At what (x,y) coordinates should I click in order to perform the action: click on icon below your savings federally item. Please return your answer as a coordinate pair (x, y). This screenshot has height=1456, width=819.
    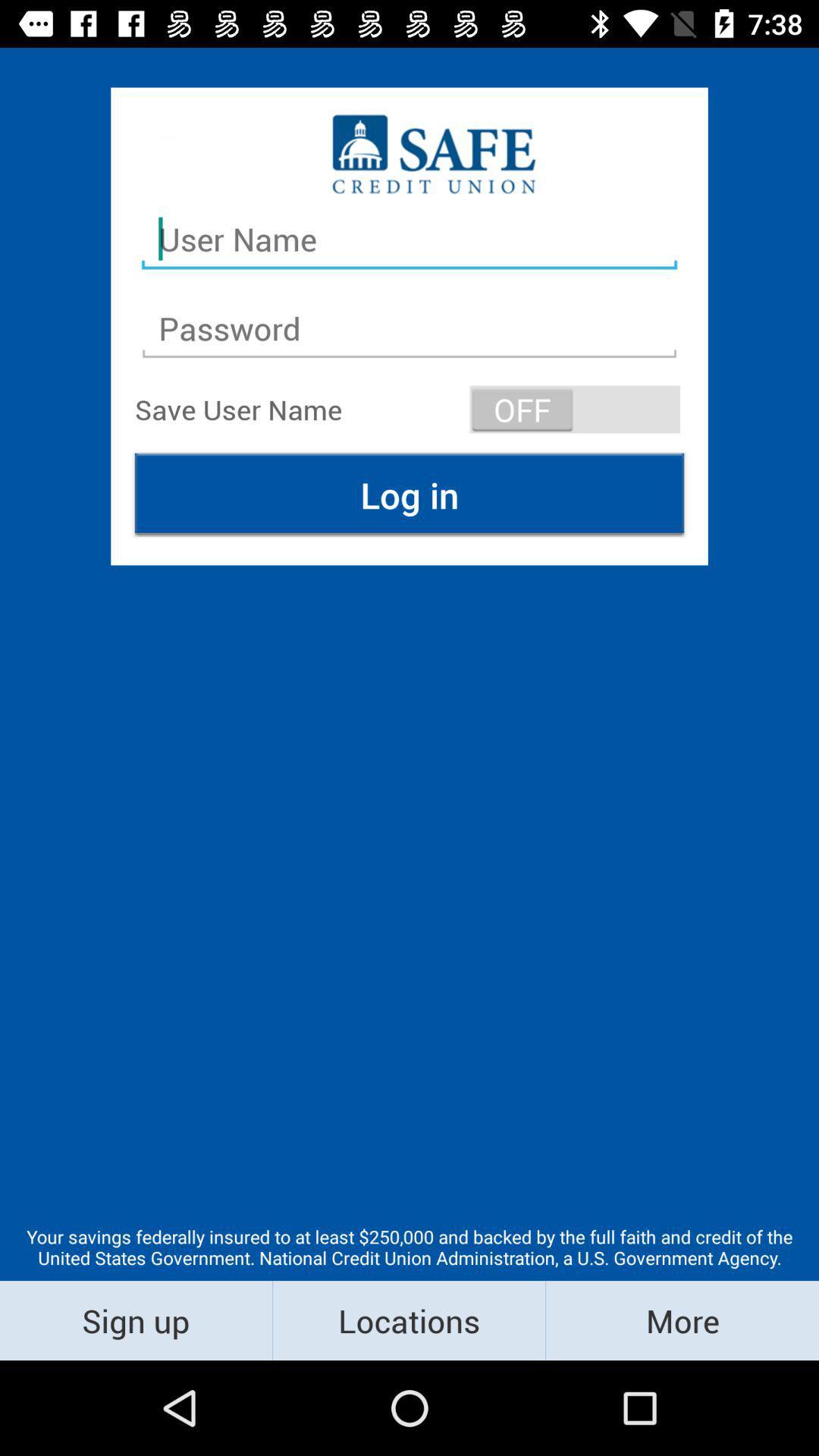
    Looking at the image, I should click on (135, 1319).